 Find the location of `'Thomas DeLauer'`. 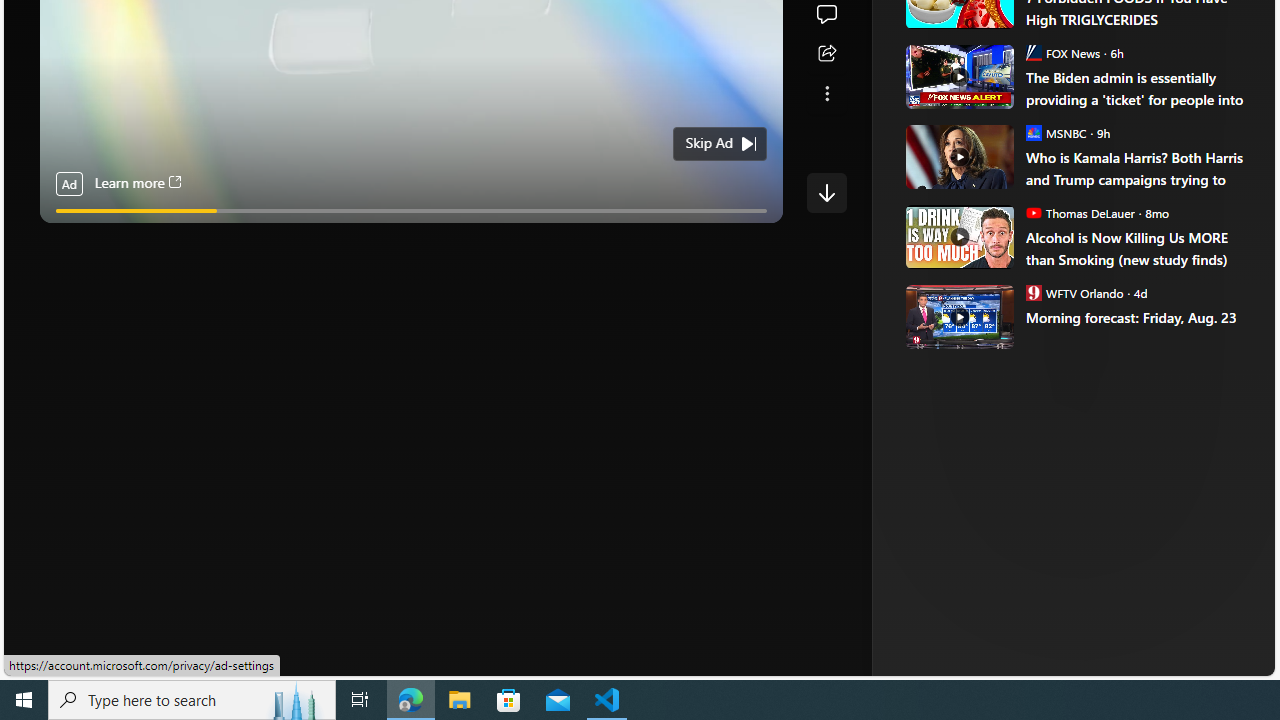

'Thomas DeLauer' is located at coordinates (1033, 212).